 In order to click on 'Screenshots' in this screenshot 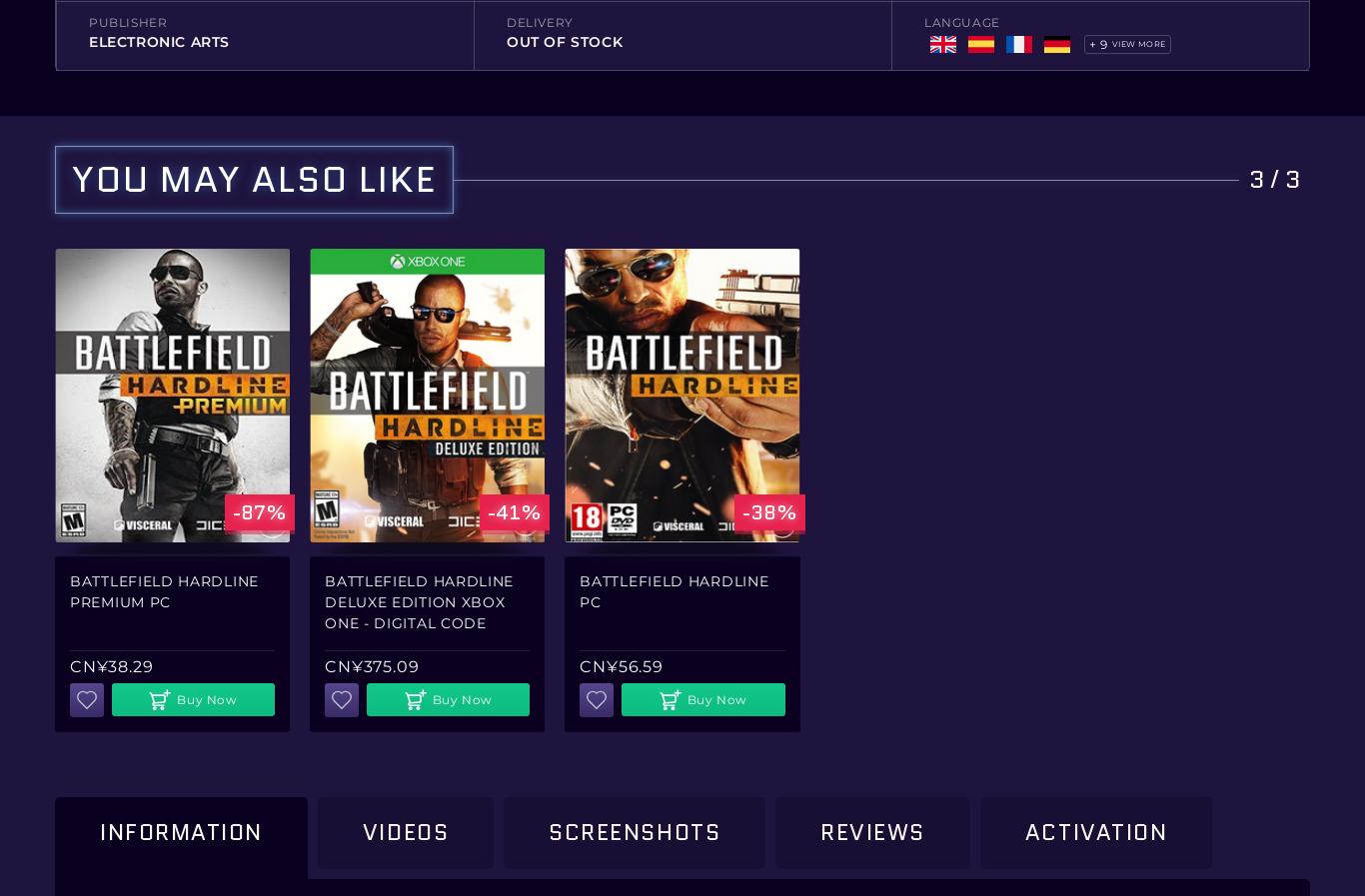, I will do `click(634, 831)`.